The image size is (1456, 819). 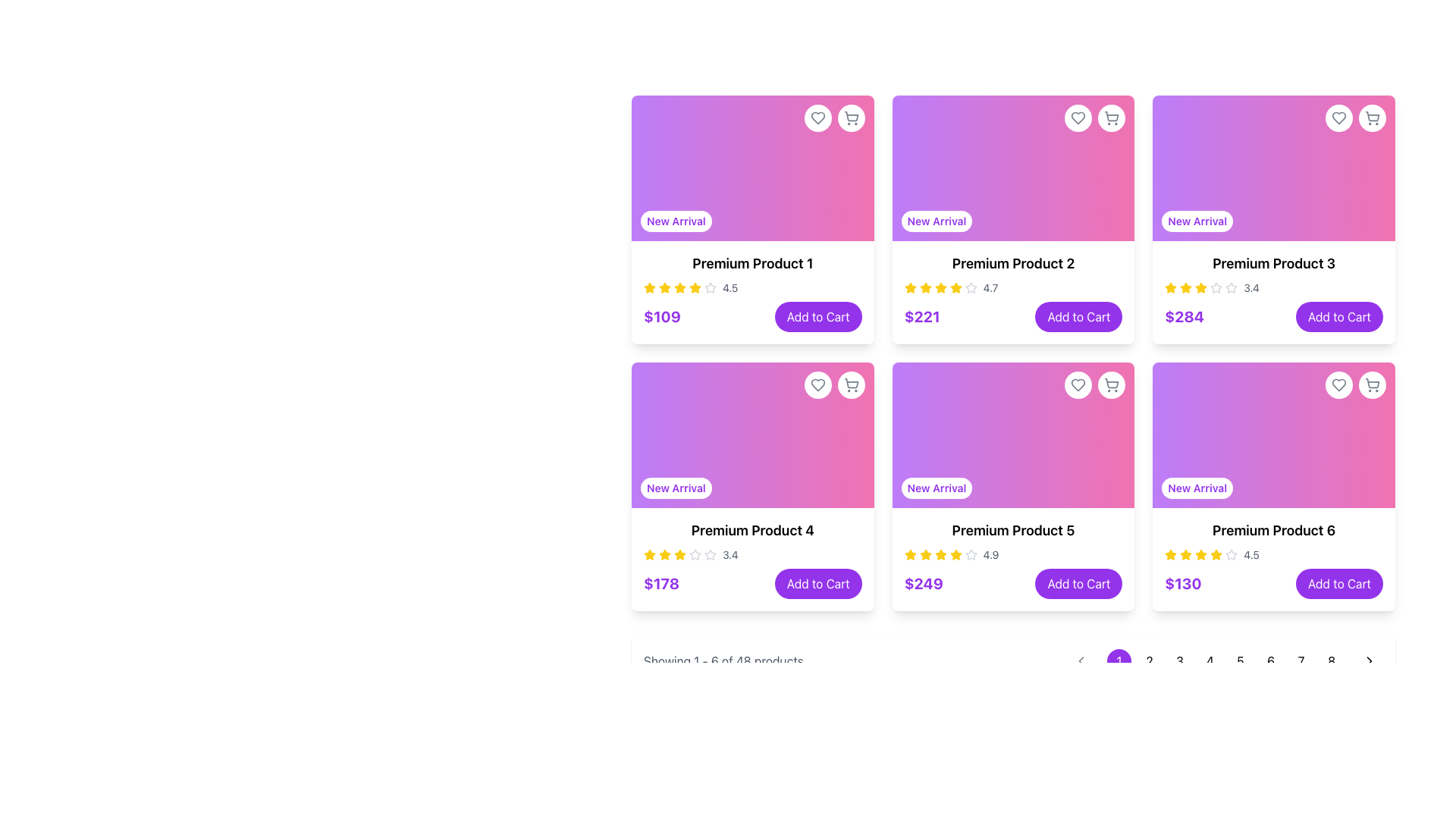 What do you see at coordinates (1339, 583) in the screenshot?
I see `the button in the bottom-right corner of the 'Premium Product 6' card` at bounding box center [1339, 583].